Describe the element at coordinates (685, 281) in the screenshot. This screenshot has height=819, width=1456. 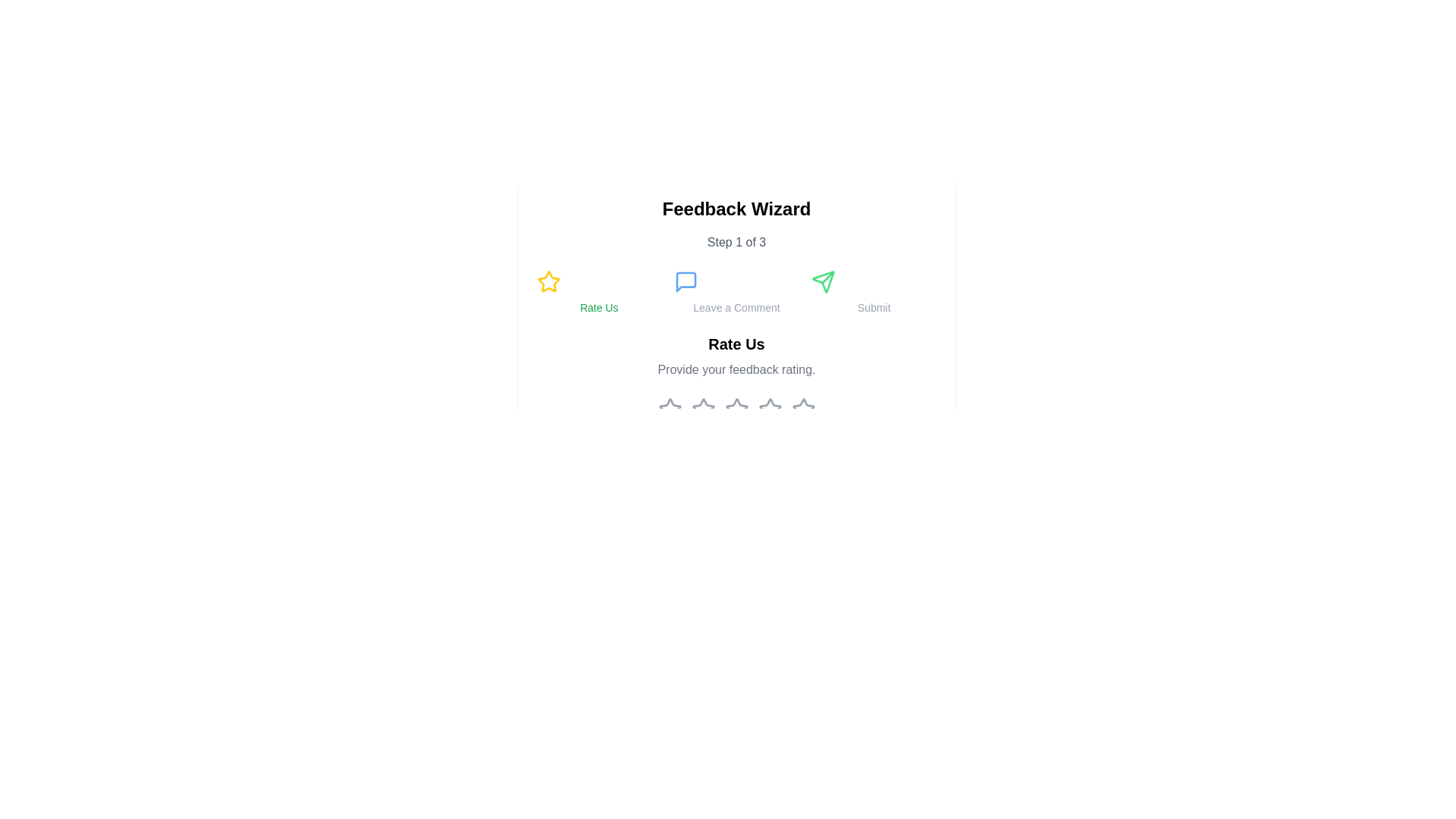
I see `the blue speech bubble icon located in the feedback wizard interface, which is part of the 'Leave a Comment' section` at that location.